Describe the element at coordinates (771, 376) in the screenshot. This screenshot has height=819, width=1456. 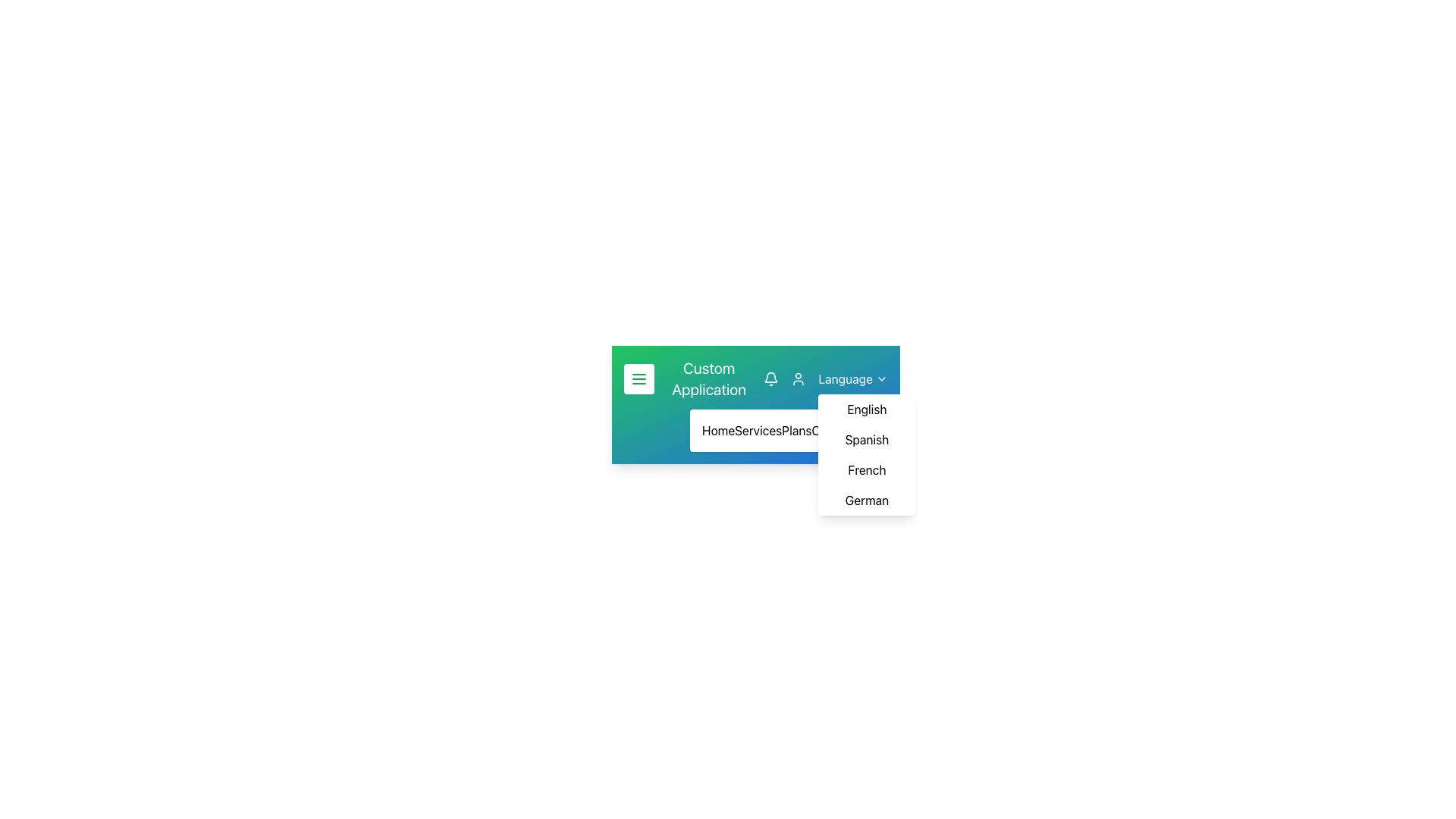
I see `the bell-shaped notification icon located in the top-right navigation bar, positioned between the user icon and the 'Language' dropdown` at that location.